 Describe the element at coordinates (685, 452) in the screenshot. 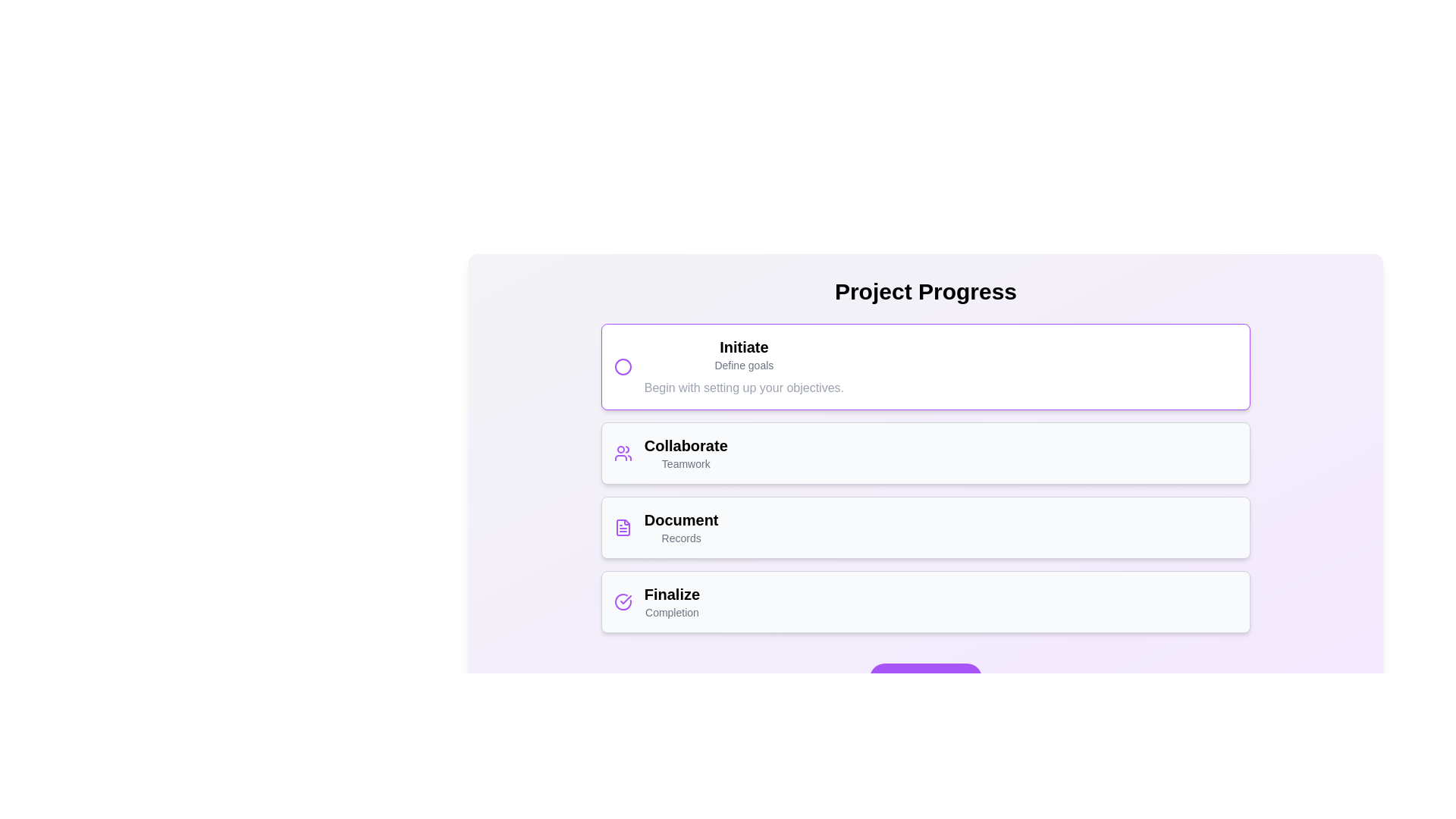

I see `text from the text-based label that says 'Collaborate' and 'Teamwork', which is the second card in a vertical sequence of cards displayed in the center of the interface` at that location.